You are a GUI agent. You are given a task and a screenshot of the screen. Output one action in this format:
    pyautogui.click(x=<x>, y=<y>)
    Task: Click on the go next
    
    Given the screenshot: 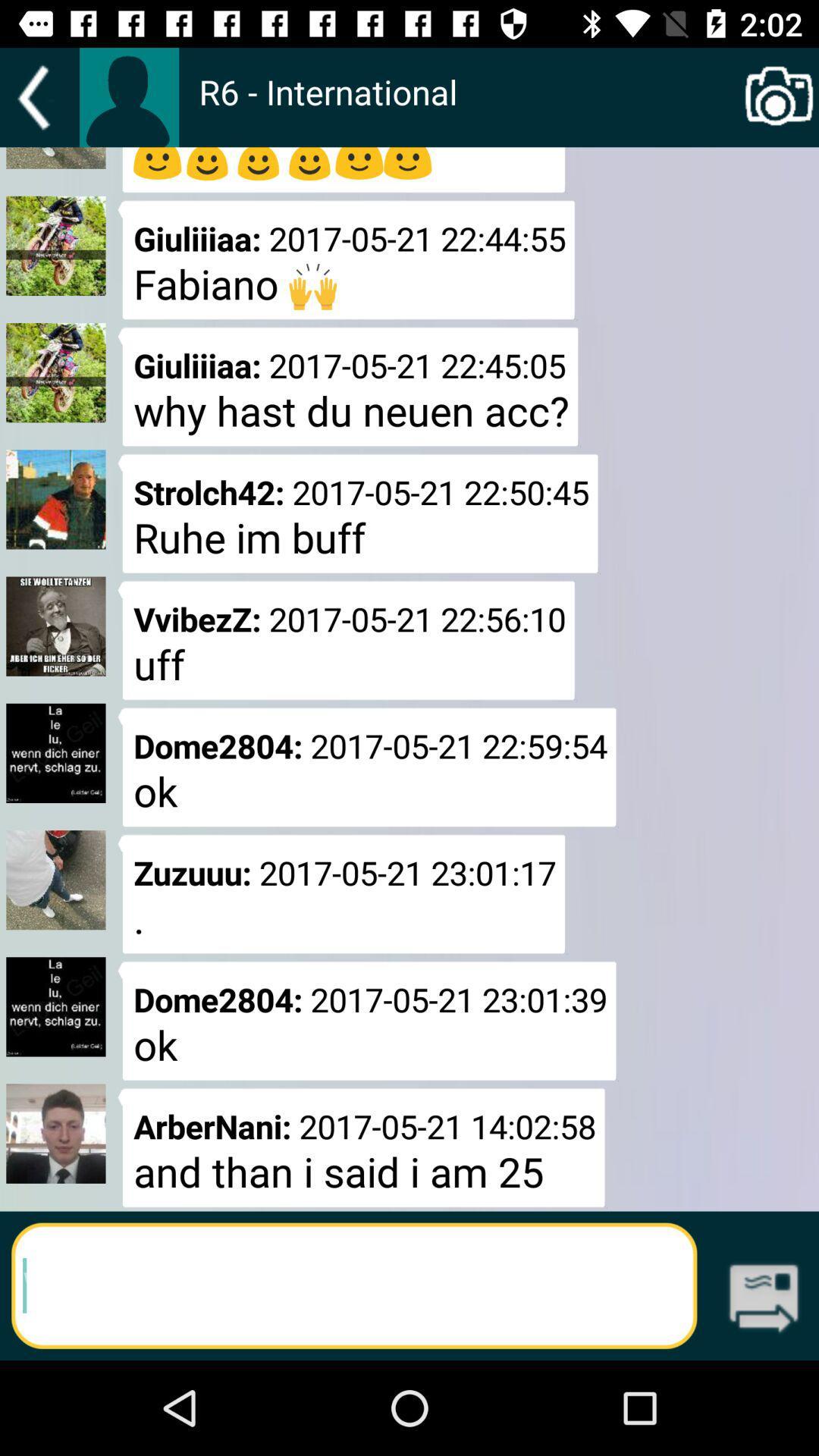 What is the action you would take?
    pyautogui.click(x=764, y=1299)
    